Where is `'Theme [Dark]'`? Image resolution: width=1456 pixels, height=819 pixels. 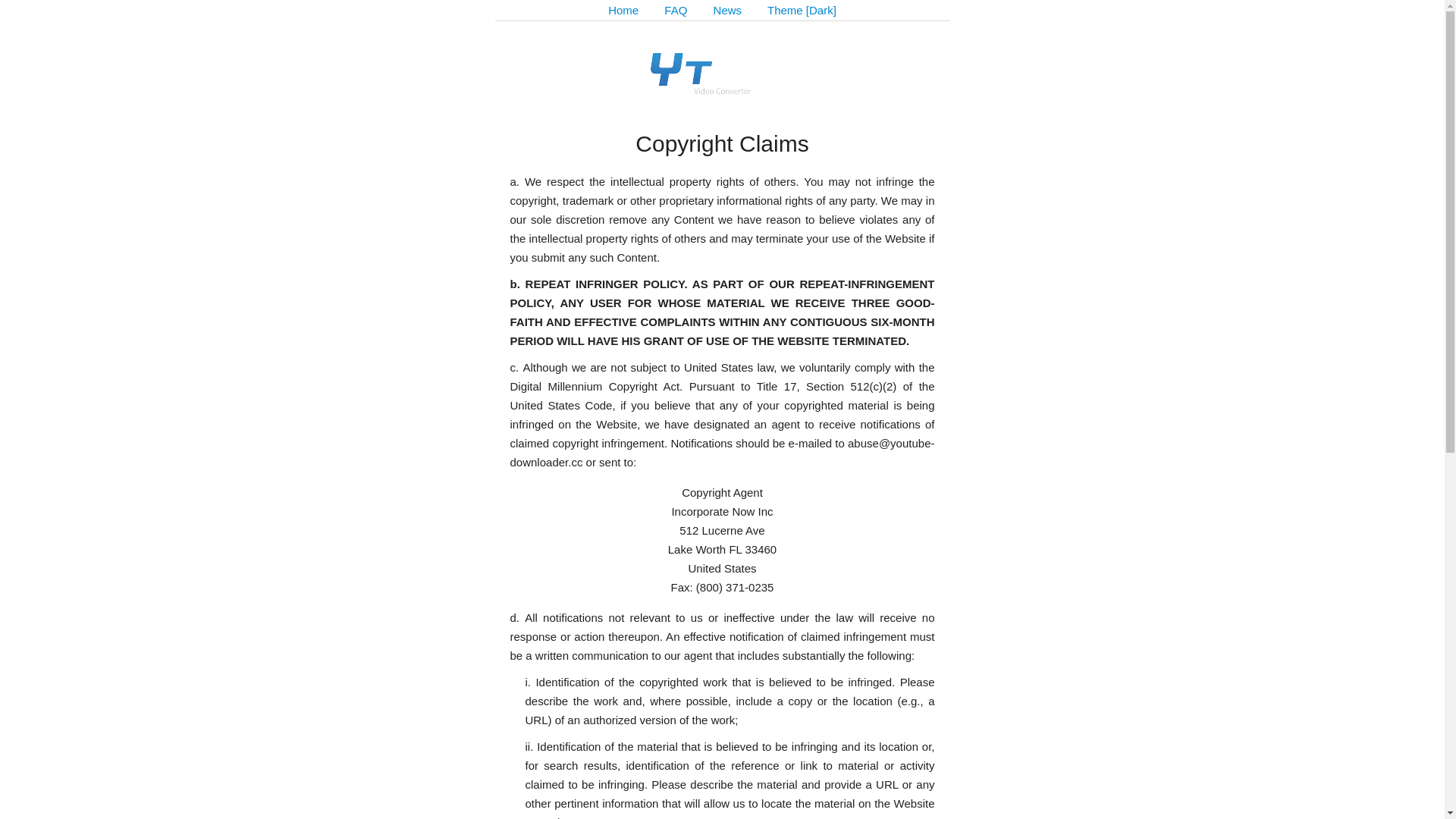 'Theme [Dark]' is located at coordinates (801, 10).